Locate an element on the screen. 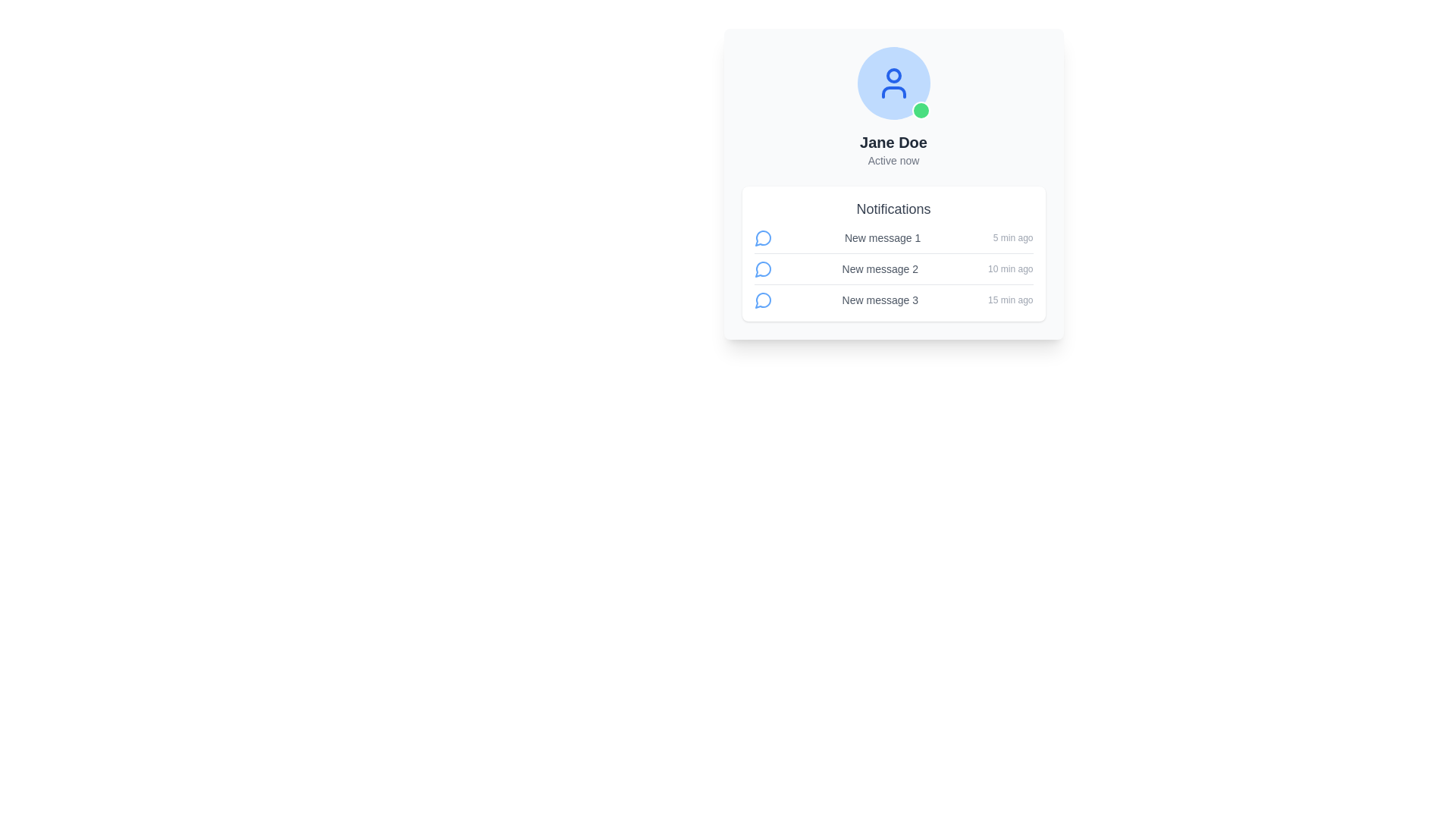  the user profile icon located at the center of the notification panel, which serves as a visual representation of the user's identity is located at coordinates (893, 83).